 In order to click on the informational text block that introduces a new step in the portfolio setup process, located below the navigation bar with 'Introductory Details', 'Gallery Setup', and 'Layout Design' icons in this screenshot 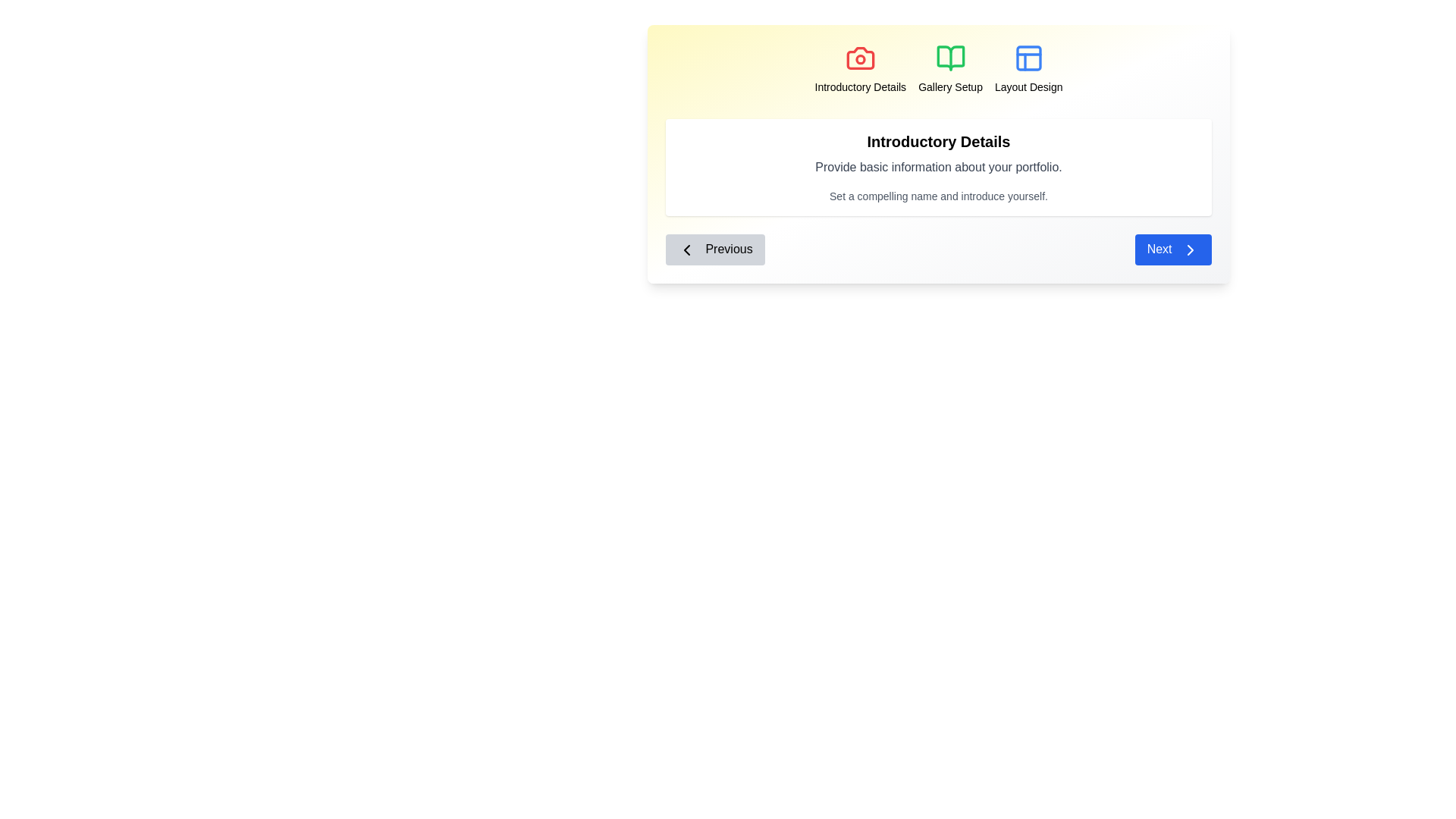, I will do `click(938, 167)`.